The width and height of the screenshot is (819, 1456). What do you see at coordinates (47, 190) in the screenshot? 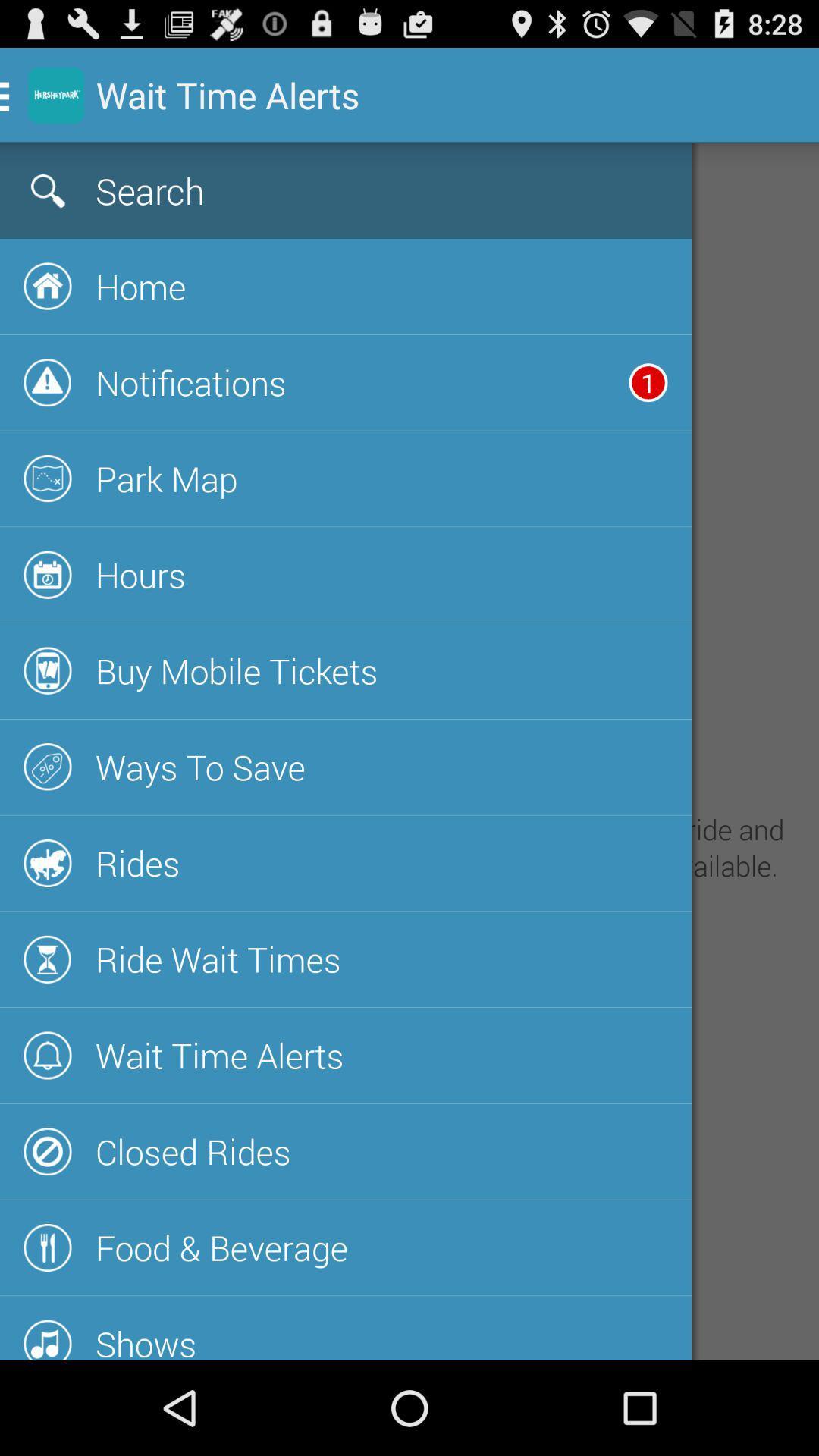
I see `the search icon` at bounding box center [47, 190].